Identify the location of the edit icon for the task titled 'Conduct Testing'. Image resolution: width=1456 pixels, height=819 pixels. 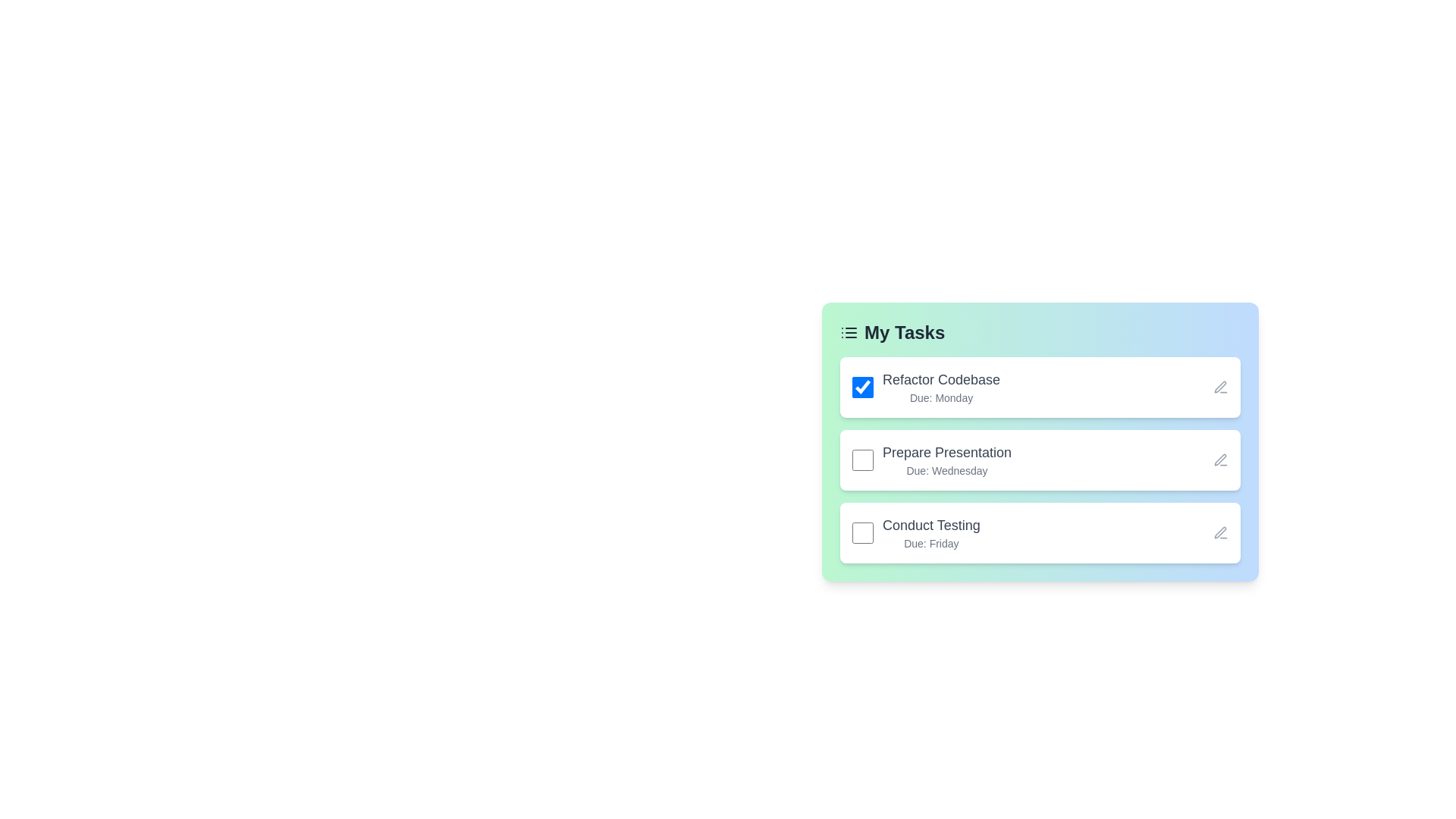
(1220, 532).